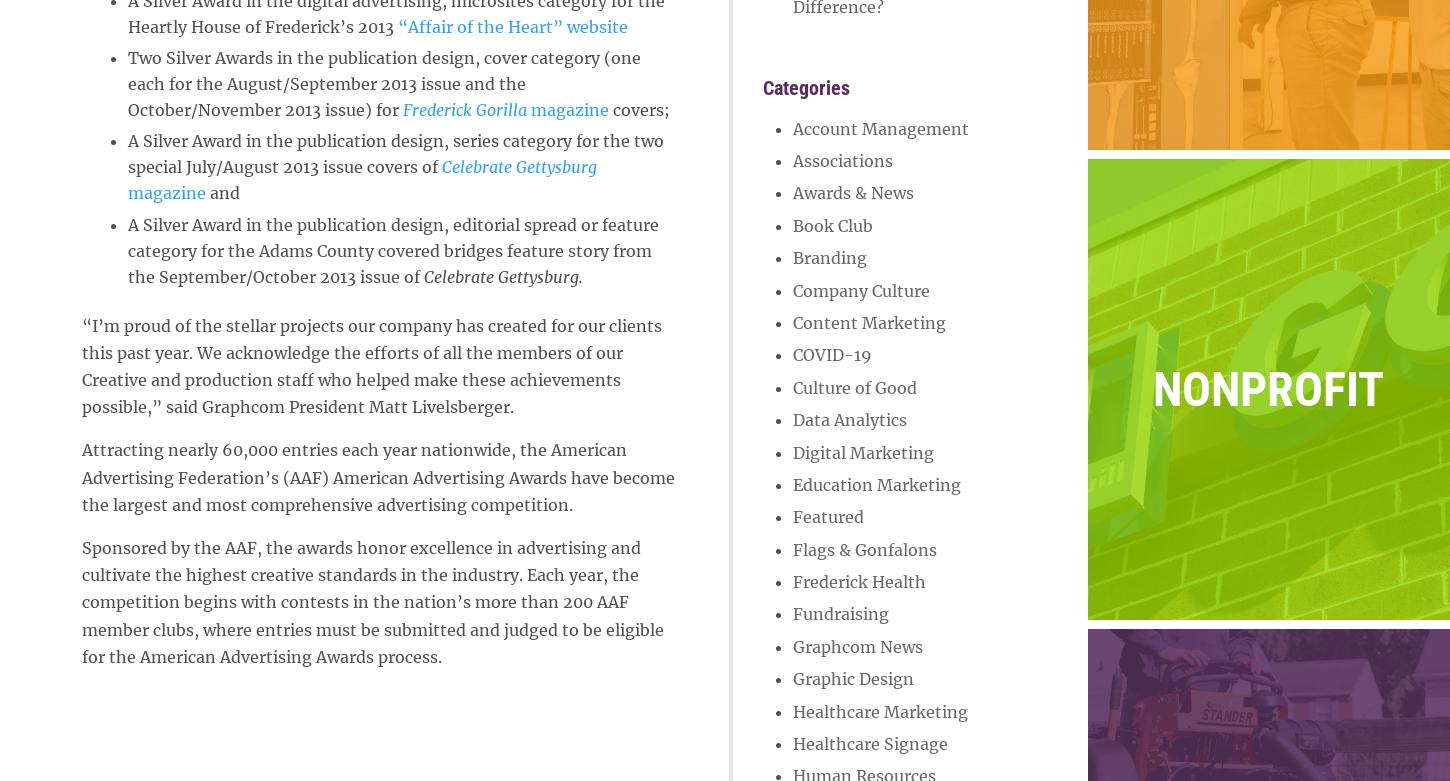 This screenshot has height=781, width=1450. What do you see at coordinates (832, 224) in the screenshot?
I see `'Book Club'` at bounding box center [832, 224].